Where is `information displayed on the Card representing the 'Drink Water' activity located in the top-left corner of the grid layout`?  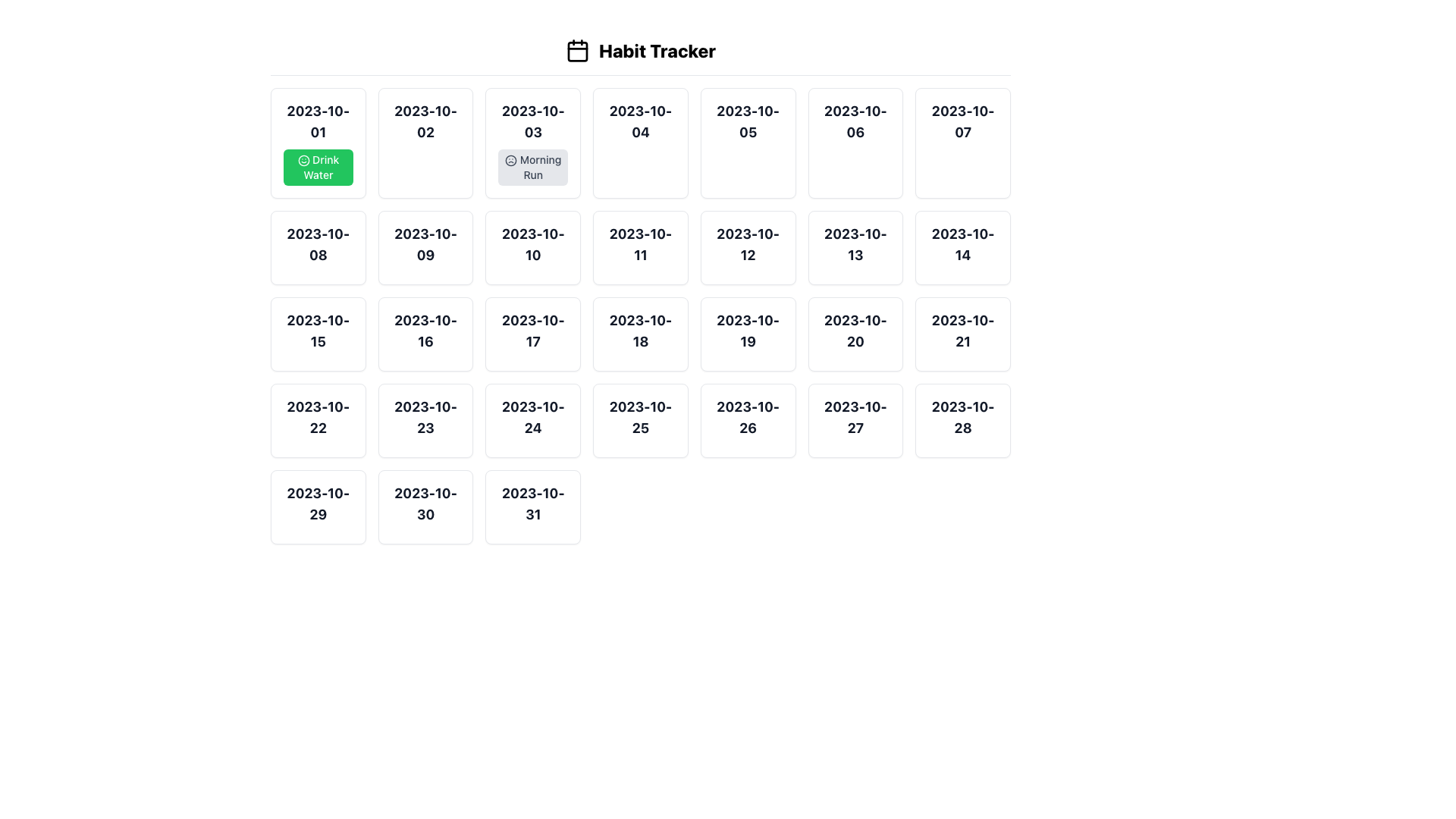
information displayed on the Card representing the 'Drink Water' activity located in the top-left corner of the grid layout is located at coordinates (317, 143).